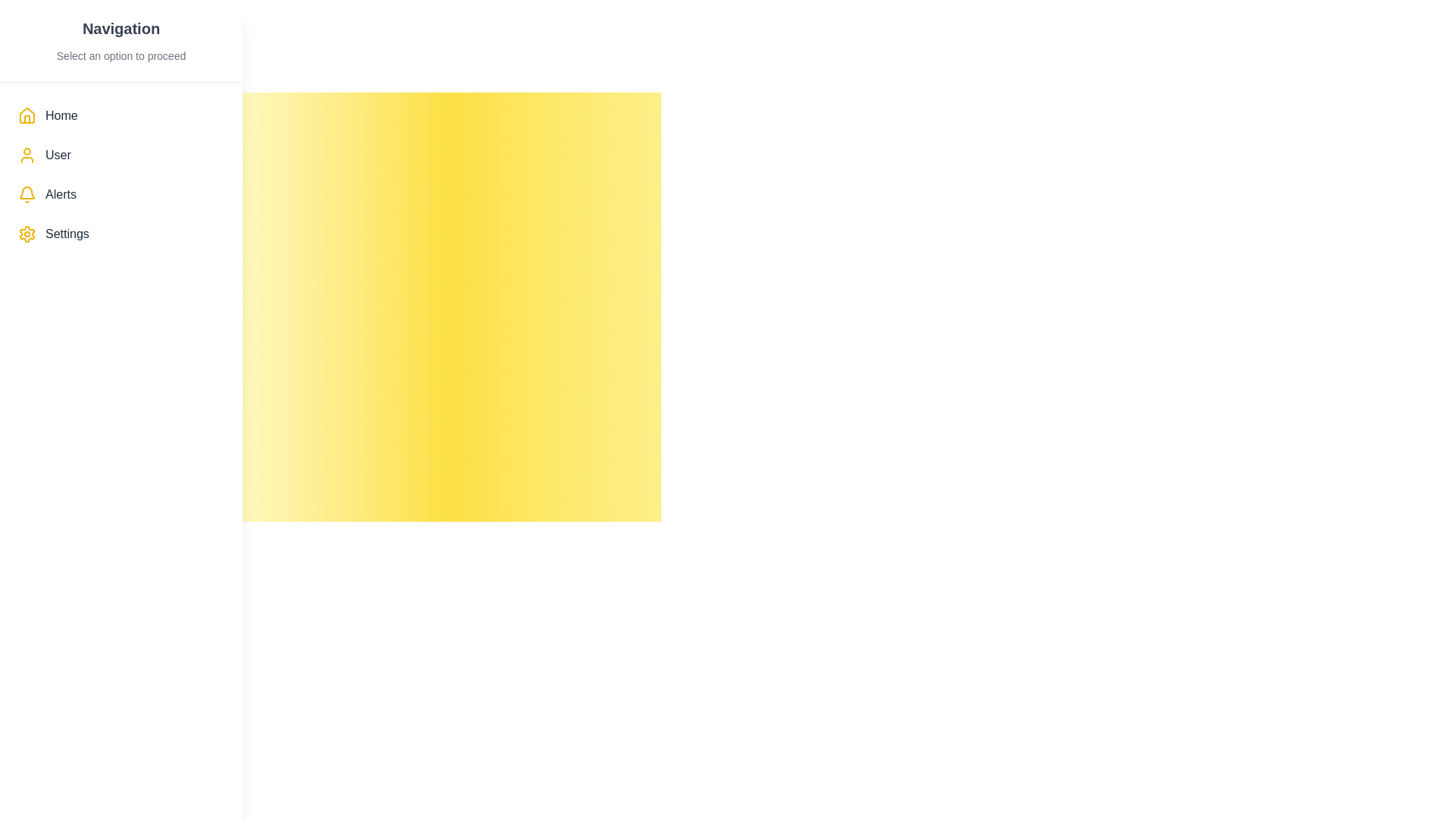 The image size is (1456, 819). What do you see at coordinates (120, 55) in the screenshot?
I see `the text label that reads 'Select an option to proceed', which is styled in a smaller font size and light gray color, located beneath the bold heading 'Navigation'` at bounding box center [120, 55].